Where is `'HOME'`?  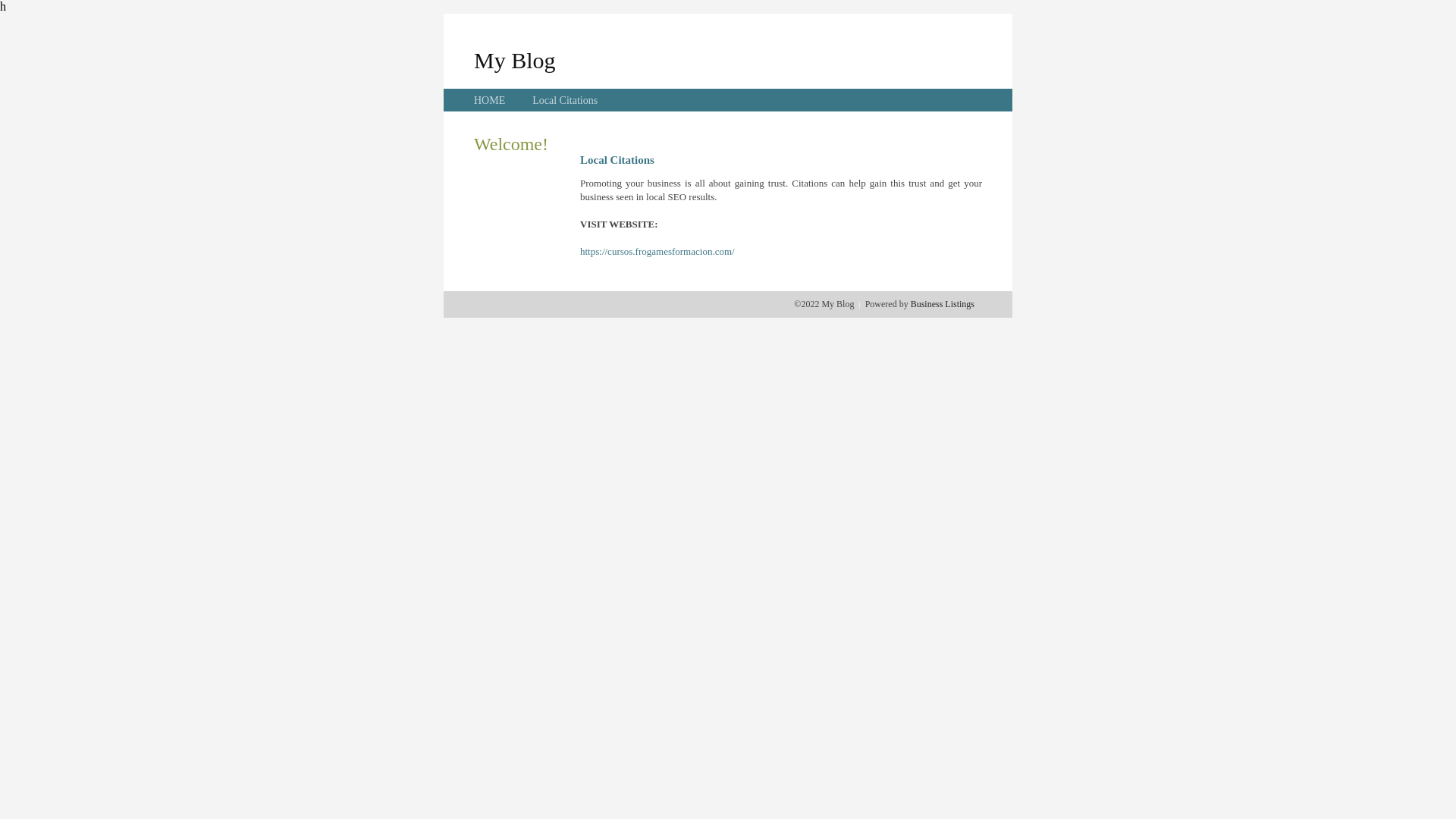
'HOME' is located at coordinates (489, 100).